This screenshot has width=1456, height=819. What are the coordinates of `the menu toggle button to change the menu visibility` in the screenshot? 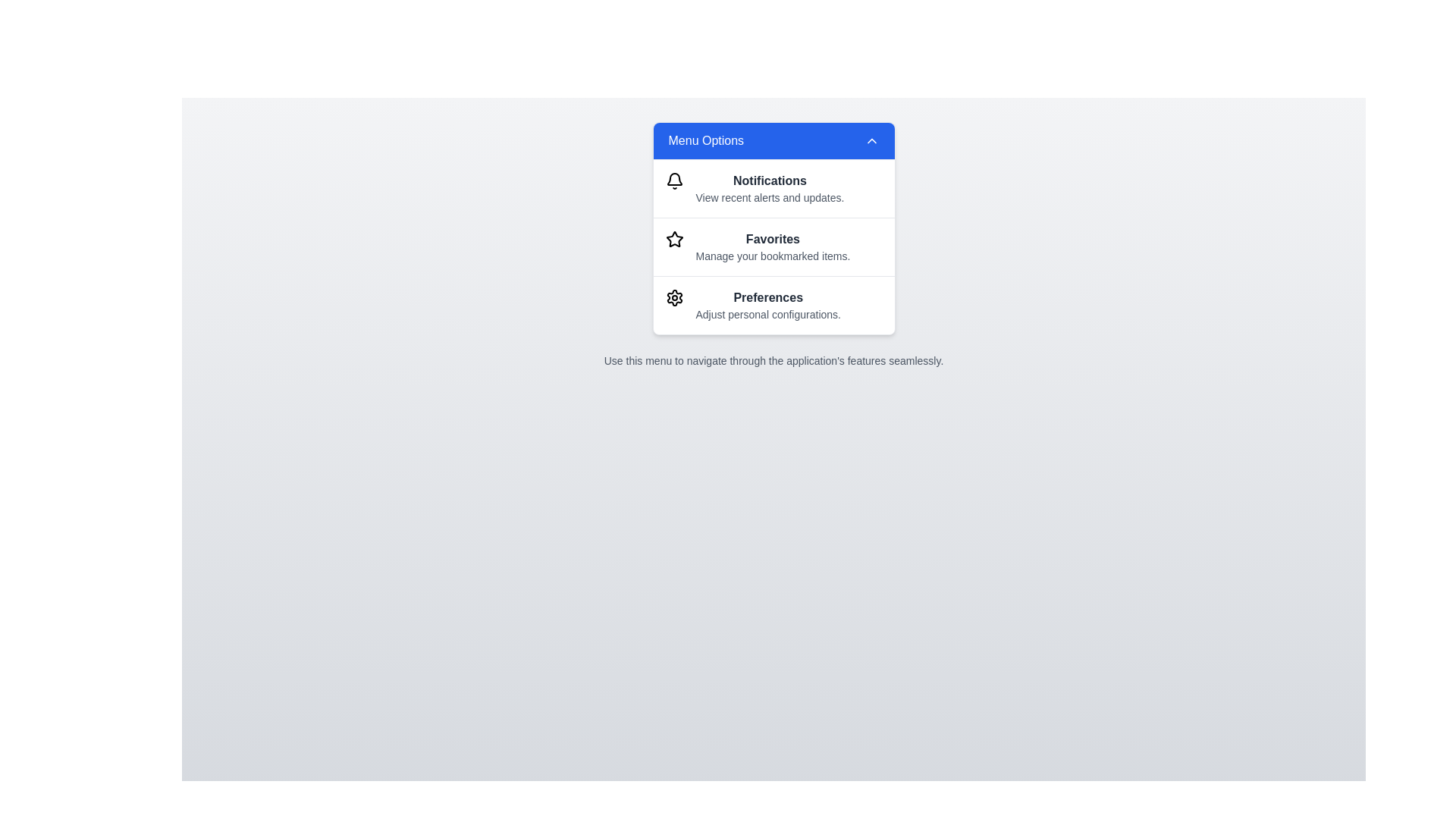 It's located at (773, 140).